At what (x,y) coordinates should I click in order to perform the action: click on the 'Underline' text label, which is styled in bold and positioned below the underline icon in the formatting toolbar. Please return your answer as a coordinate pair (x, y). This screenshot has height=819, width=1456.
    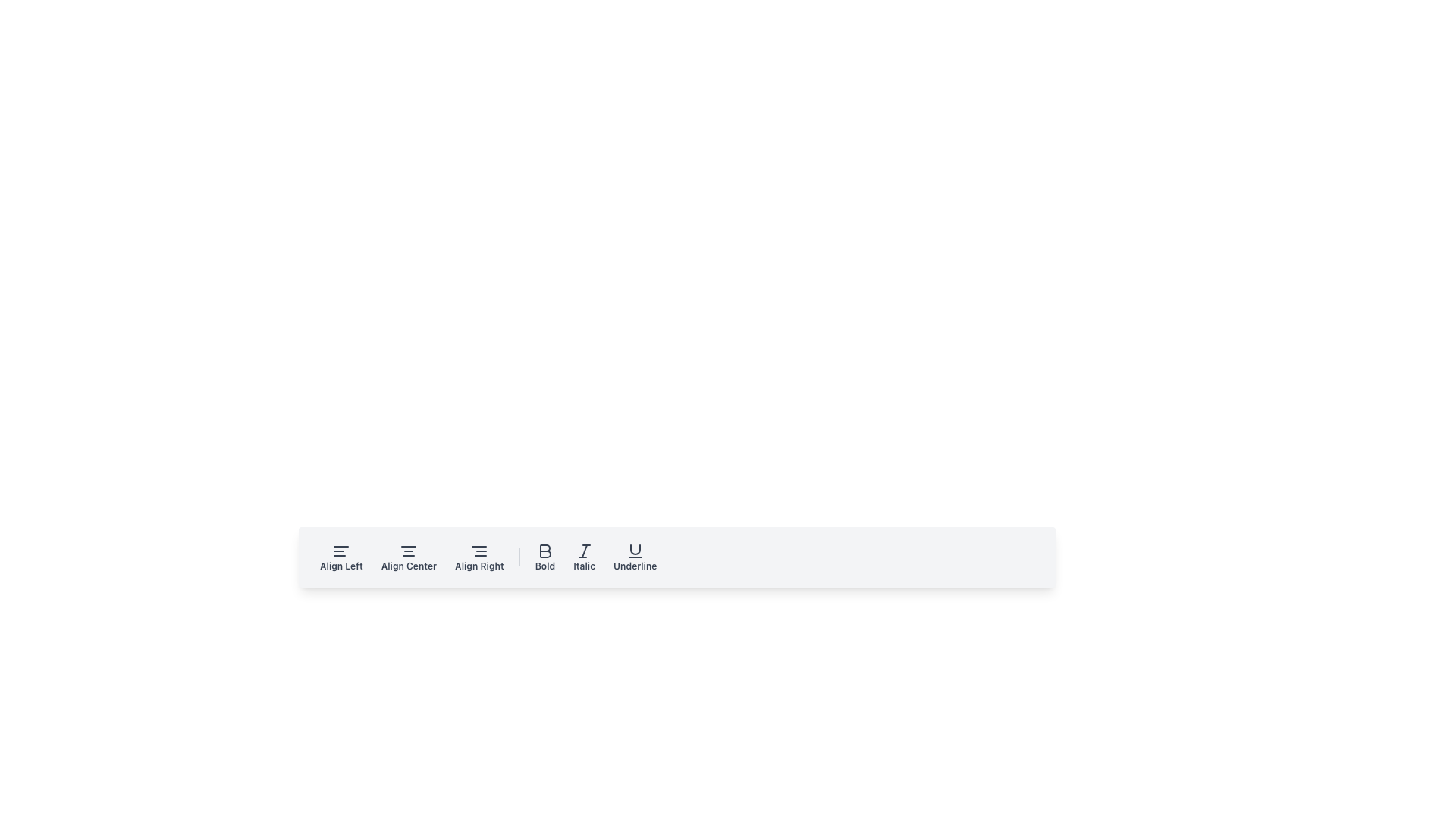
    Looking at the image, I should click on (635, 566).